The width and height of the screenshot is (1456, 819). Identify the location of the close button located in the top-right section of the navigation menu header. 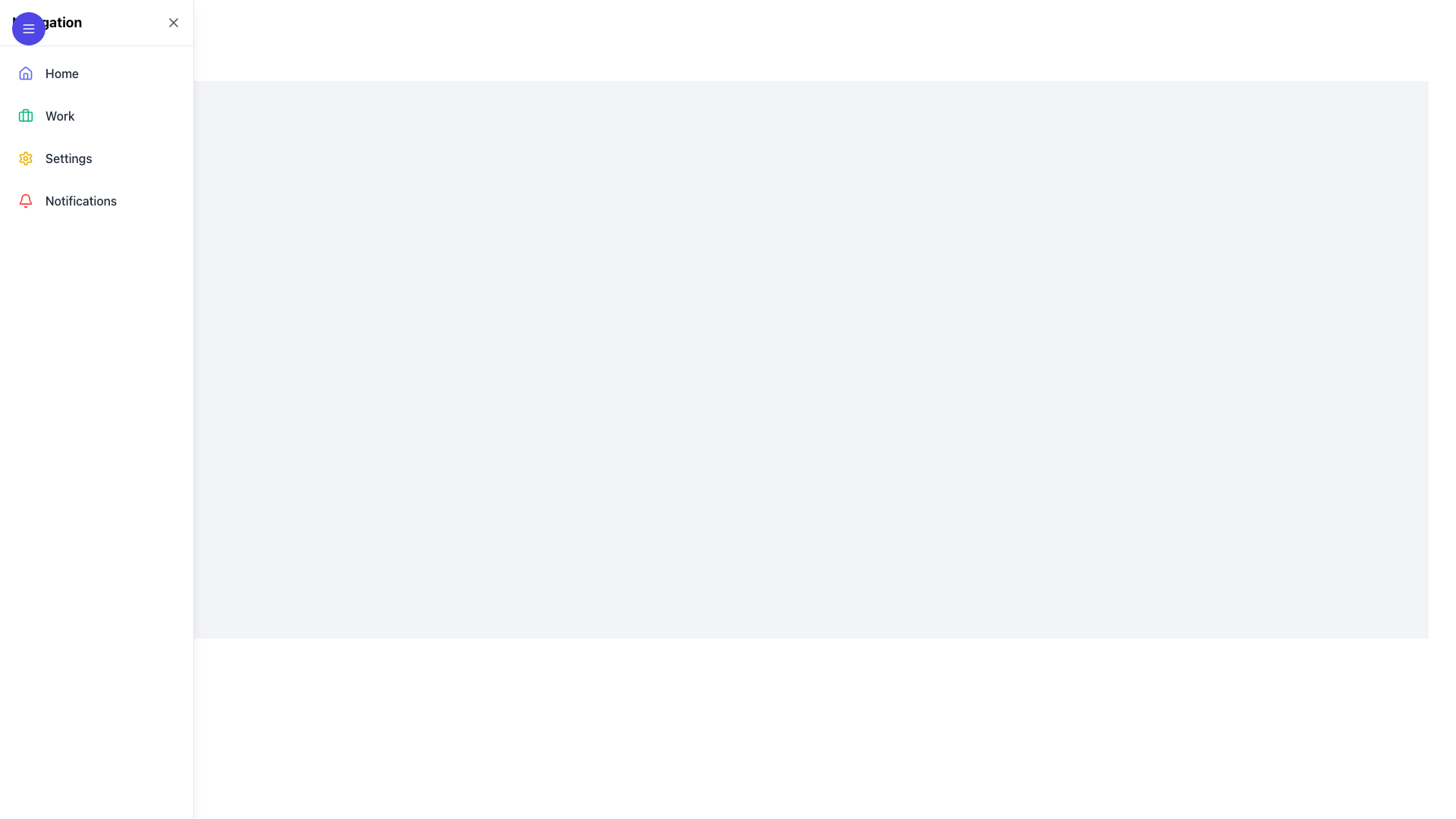
(174, 23).